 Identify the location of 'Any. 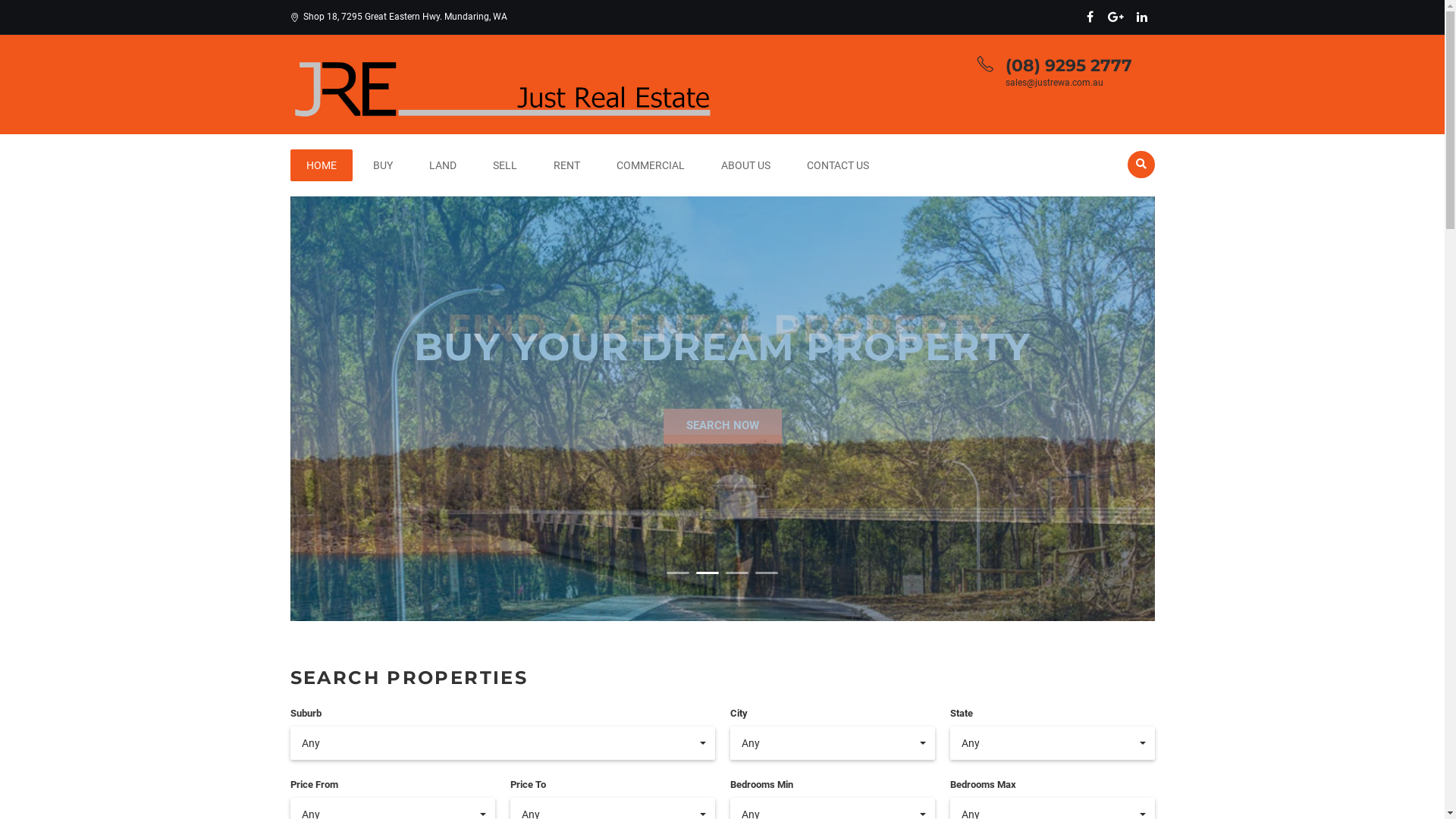
(502, 742).